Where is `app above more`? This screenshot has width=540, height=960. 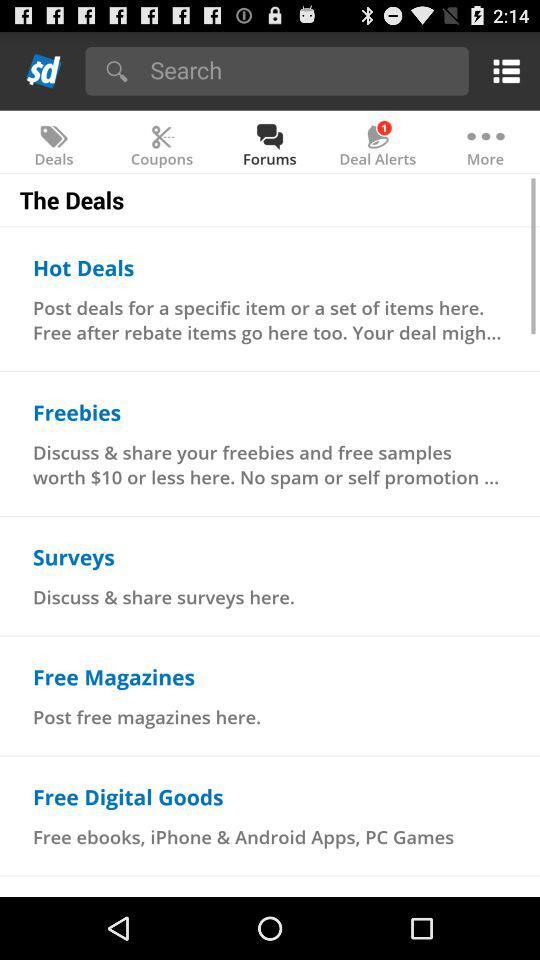
app above more is located at coordinates (502, 70).